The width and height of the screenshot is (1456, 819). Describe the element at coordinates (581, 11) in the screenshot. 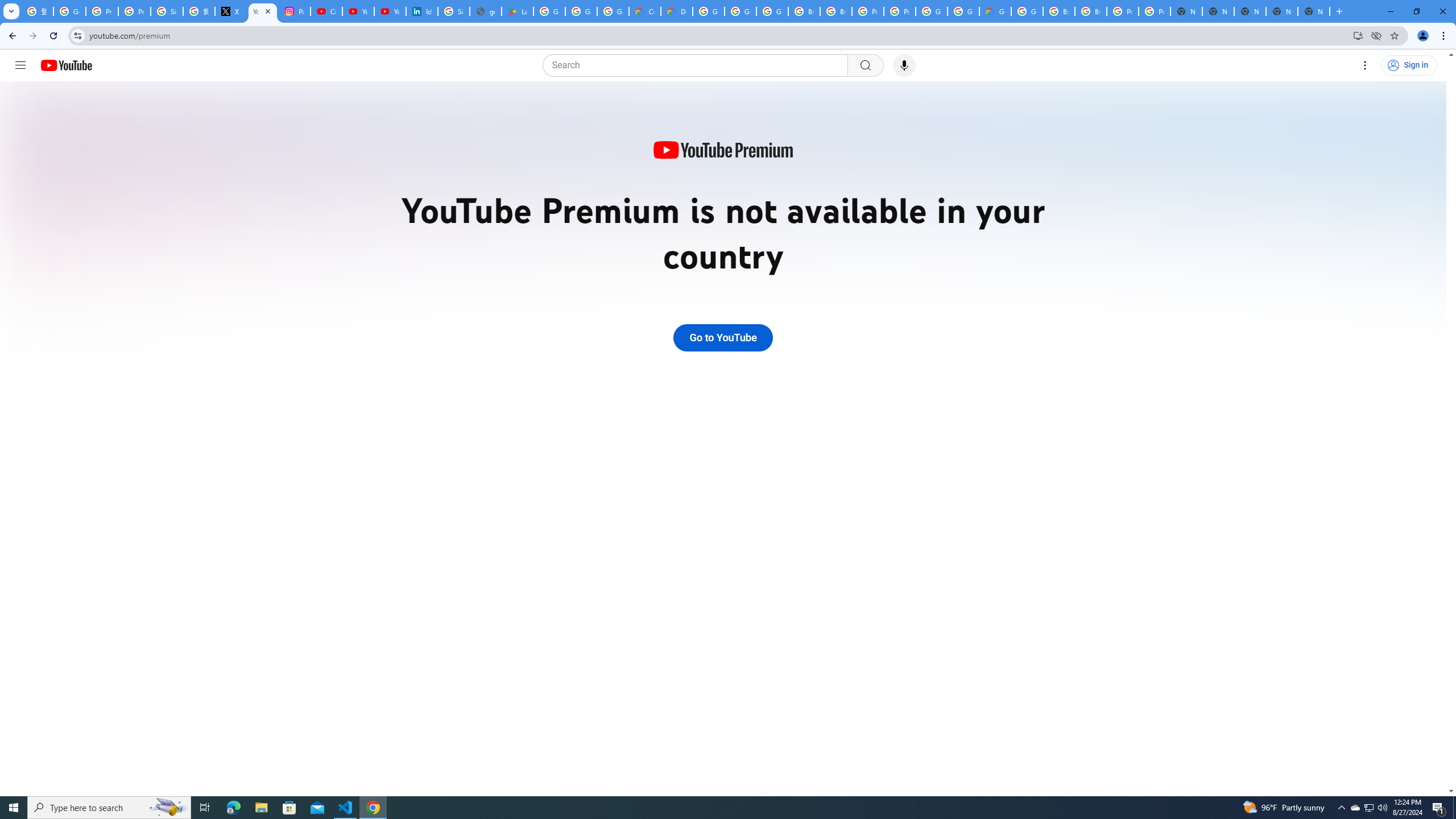

I see `'Google Workspace - Specific Terms'` at that location.